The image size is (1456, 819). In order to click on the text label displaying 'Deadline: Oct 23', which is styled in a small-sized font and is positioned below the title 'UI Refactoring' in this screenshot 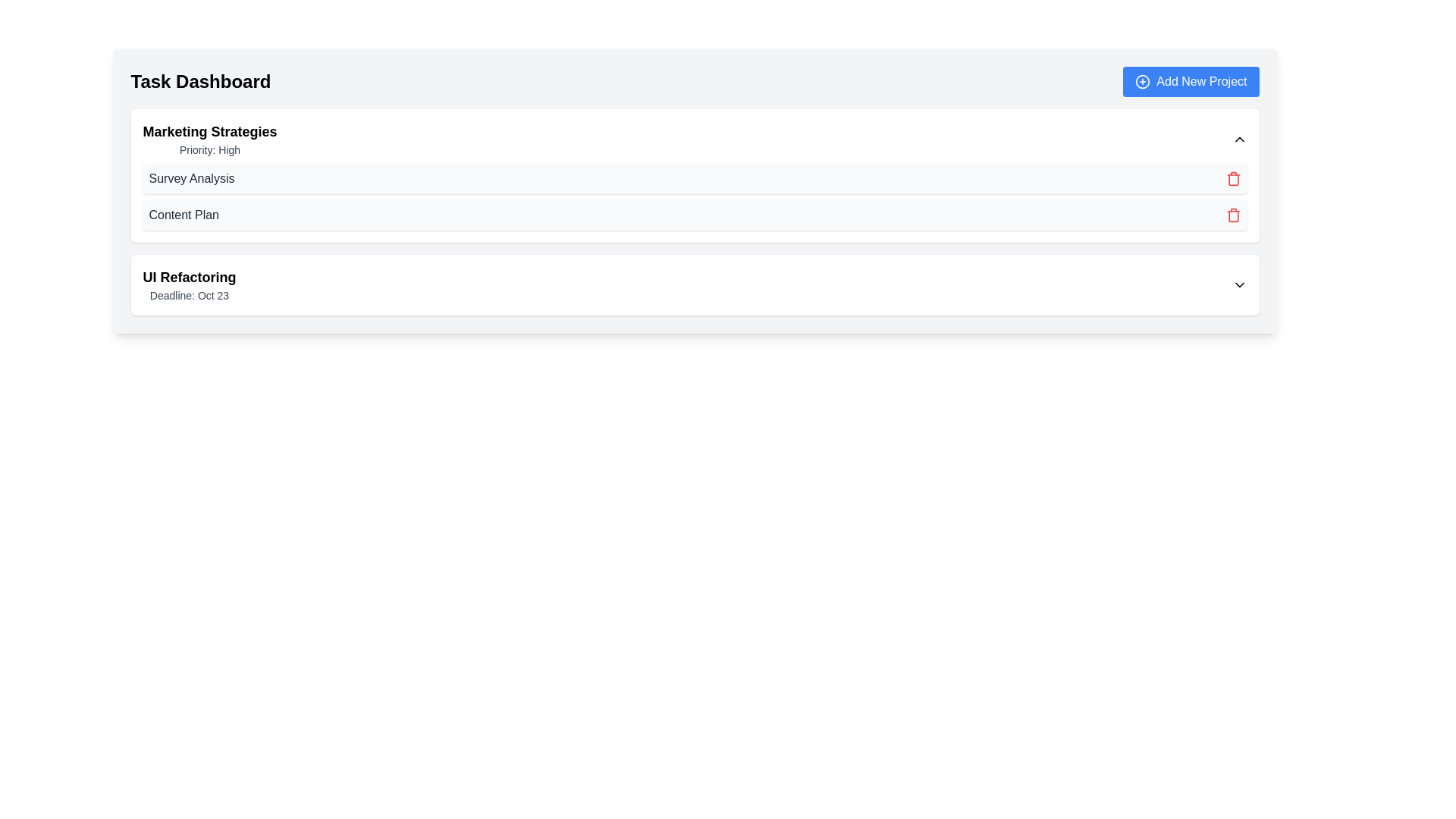, I will do `click(188, 295)`.